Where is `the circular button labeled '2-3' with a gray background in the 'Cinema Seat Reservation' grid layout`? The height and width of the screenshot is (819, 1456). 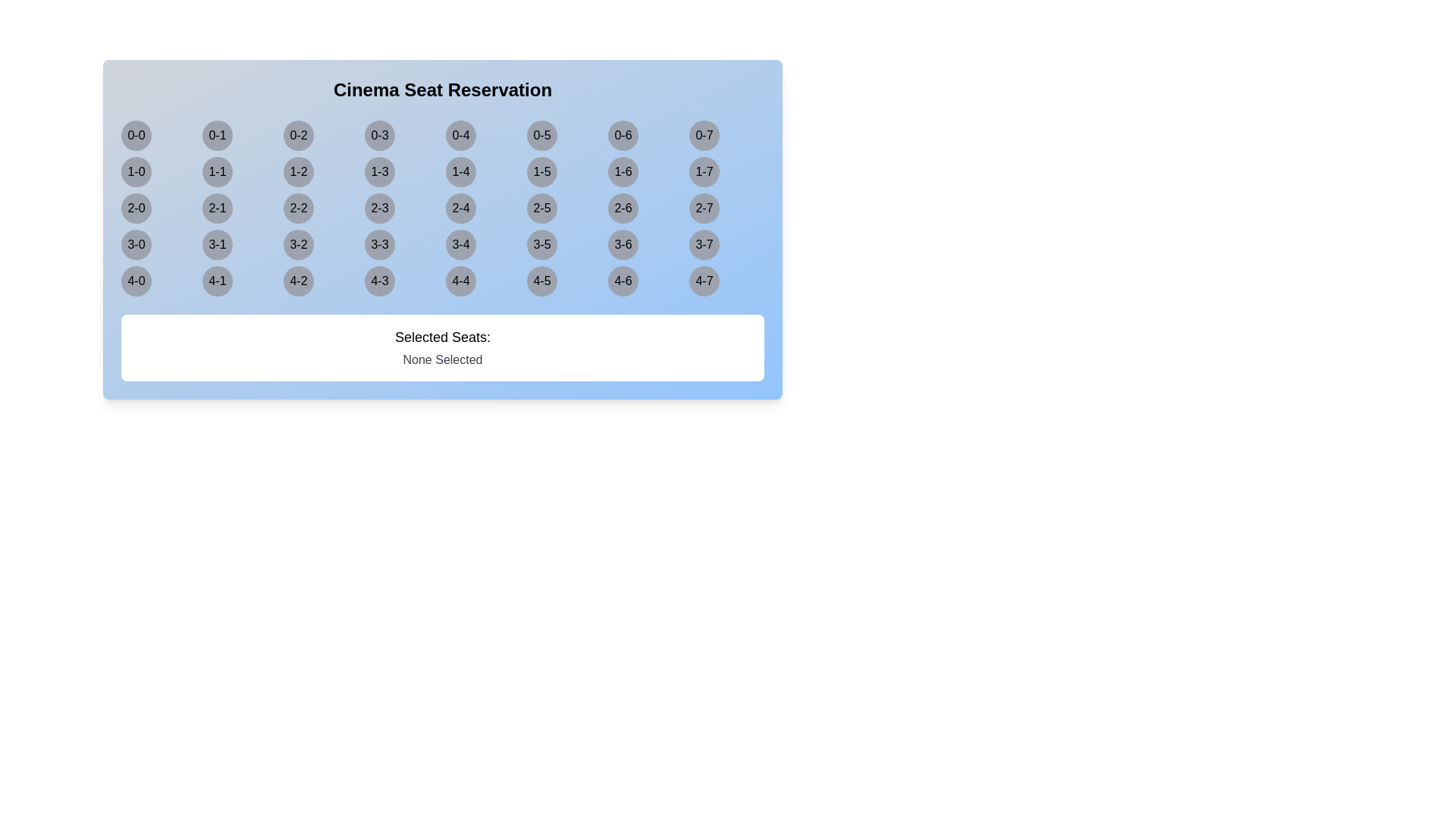
the circular button labeled '2-3' with a gray background in the 'Cinema Seat Reservation' grid layout is located at coordinates (379, 208).